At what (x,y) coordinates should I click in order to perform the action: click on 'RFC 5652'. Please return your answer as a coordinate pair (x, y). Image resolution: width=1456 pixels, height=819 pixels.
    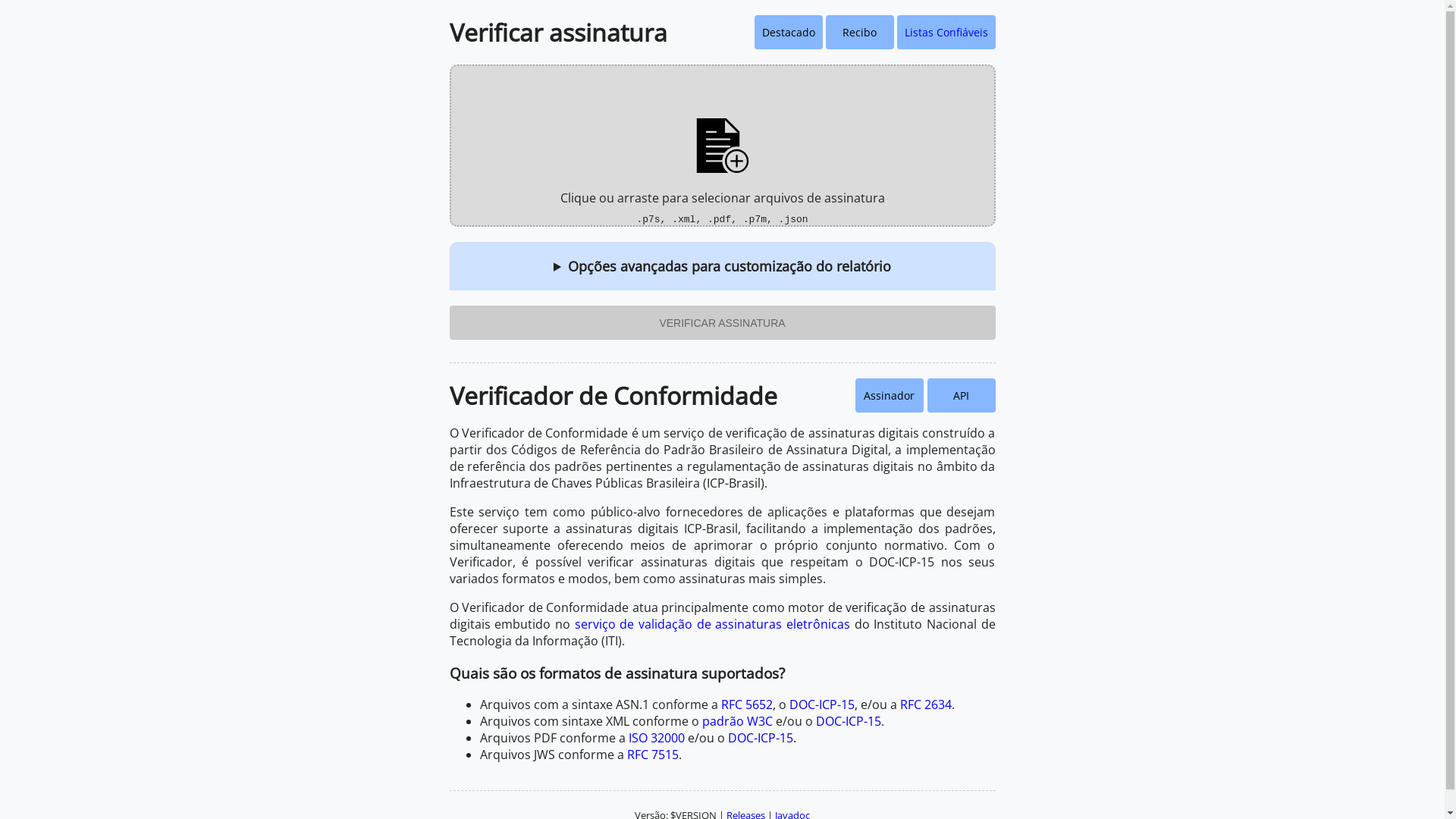
    Looking at the image, I should click on (745, 704).